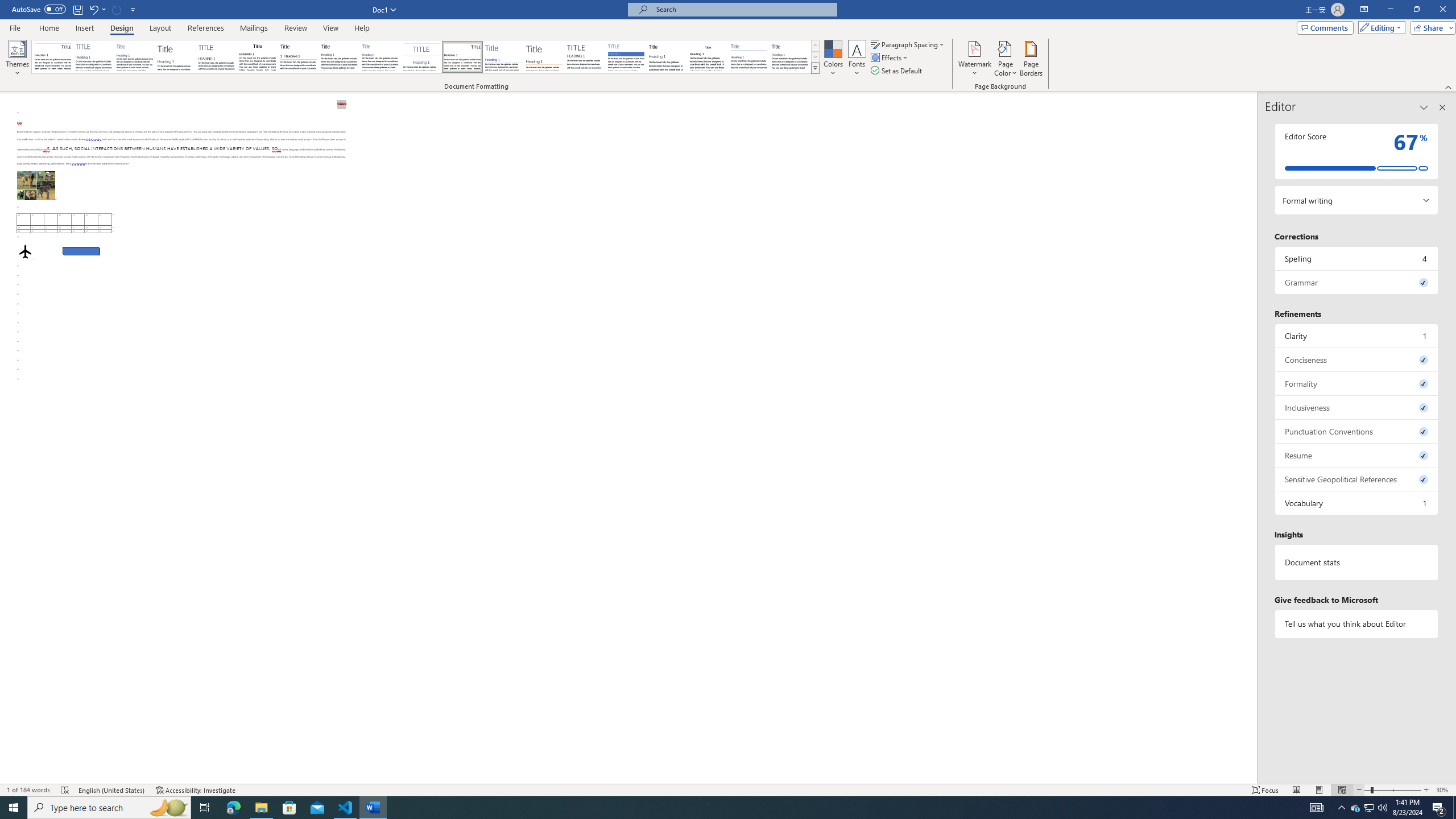  Describe the element at coordinates (1356, 282) in the screenshot. I see `'Grammar, 0 issues. Press space or enter to review items.'` at that location.